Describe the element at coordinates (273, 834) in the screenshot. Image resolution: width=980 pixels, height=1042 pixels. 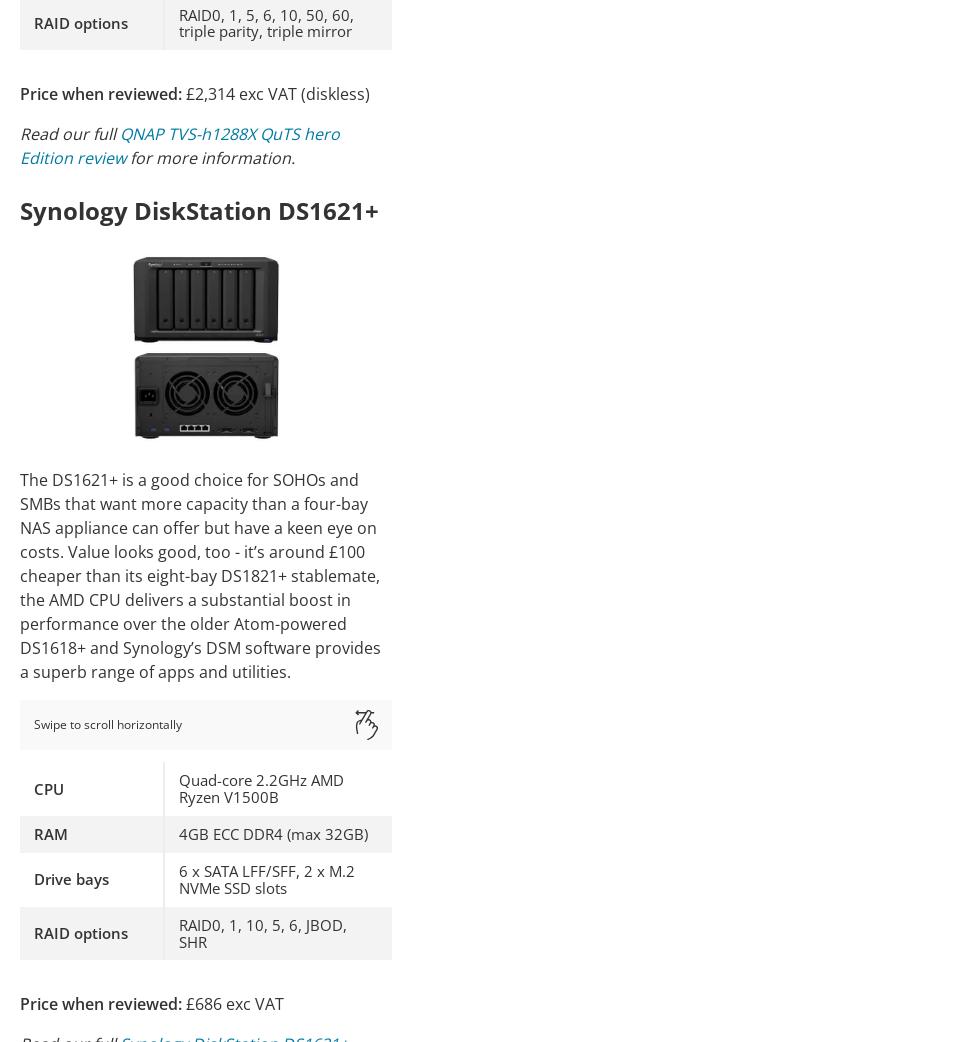
I see `'4GB ECC DDR4 (max 32GB)'` at that location.